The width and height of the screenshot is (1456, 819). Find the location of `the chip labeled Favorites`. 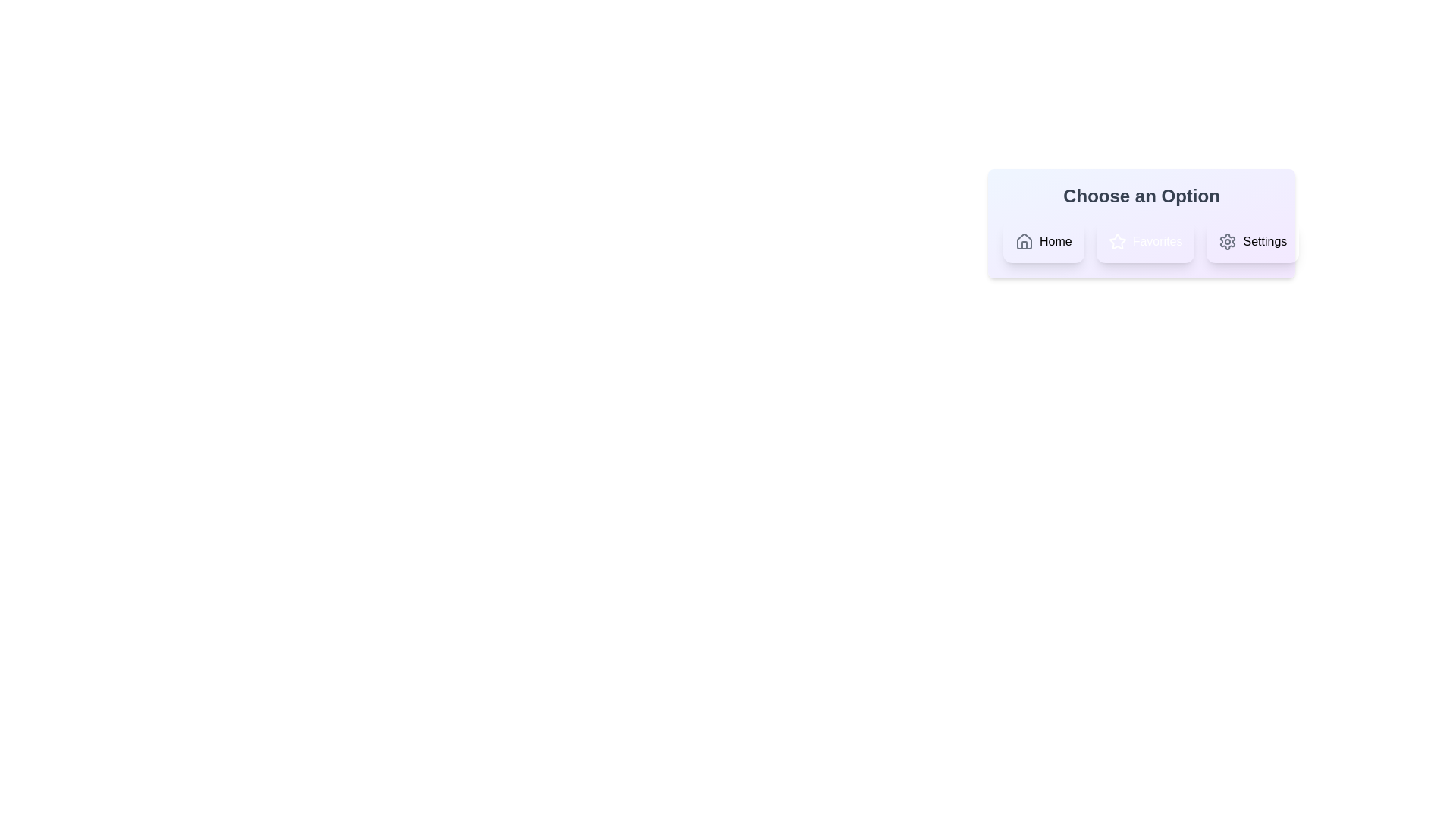

the chip labeled Favorites is located at coordinates (1145, 241).